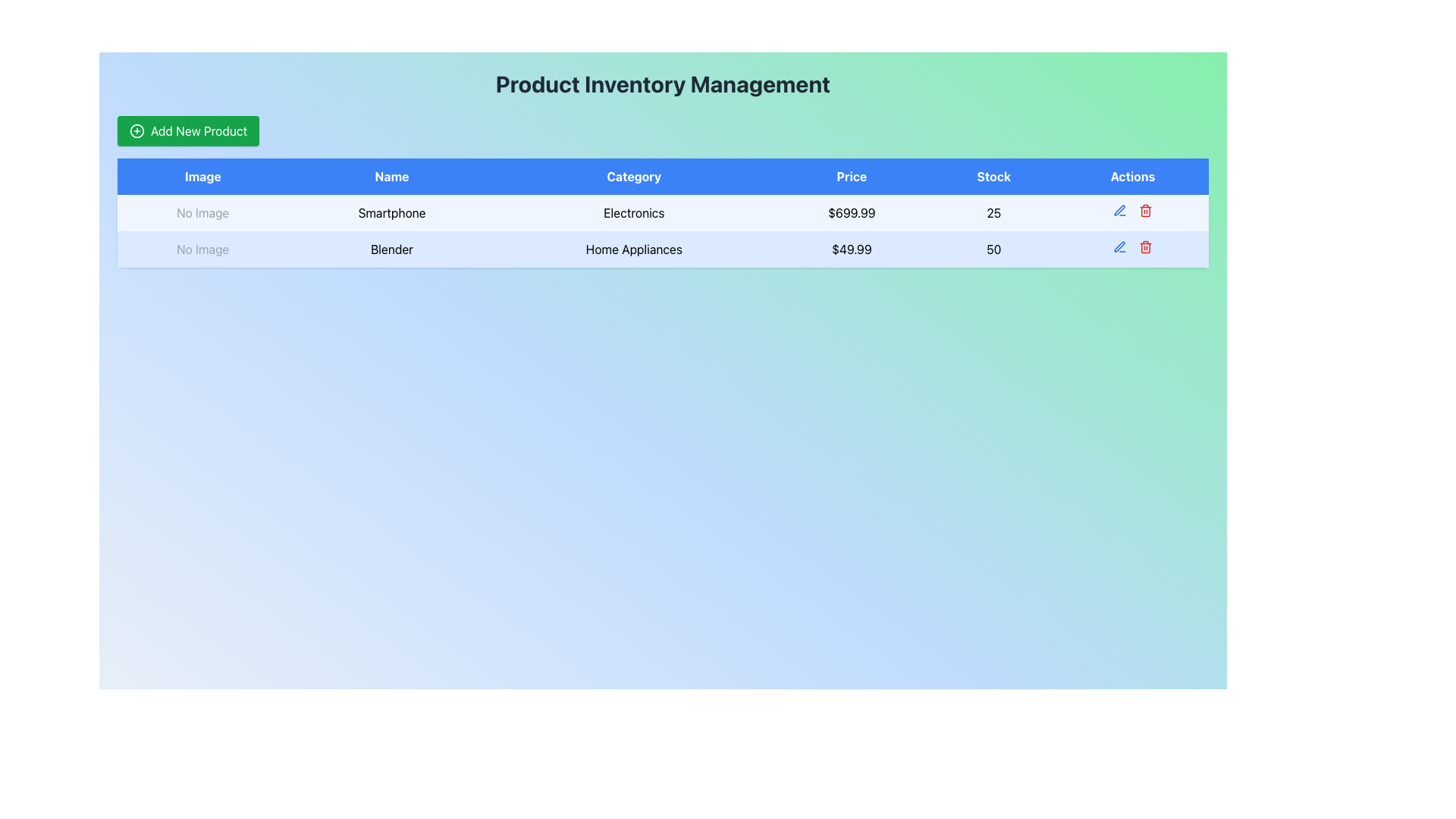 This screenshot has width=1456, height=819. I want to click on the text element indicating the product name 'Blender' located in the second row of the table under the 'Name' column, next to 'No Image' and 'Home Appliances', so click(392, 248).